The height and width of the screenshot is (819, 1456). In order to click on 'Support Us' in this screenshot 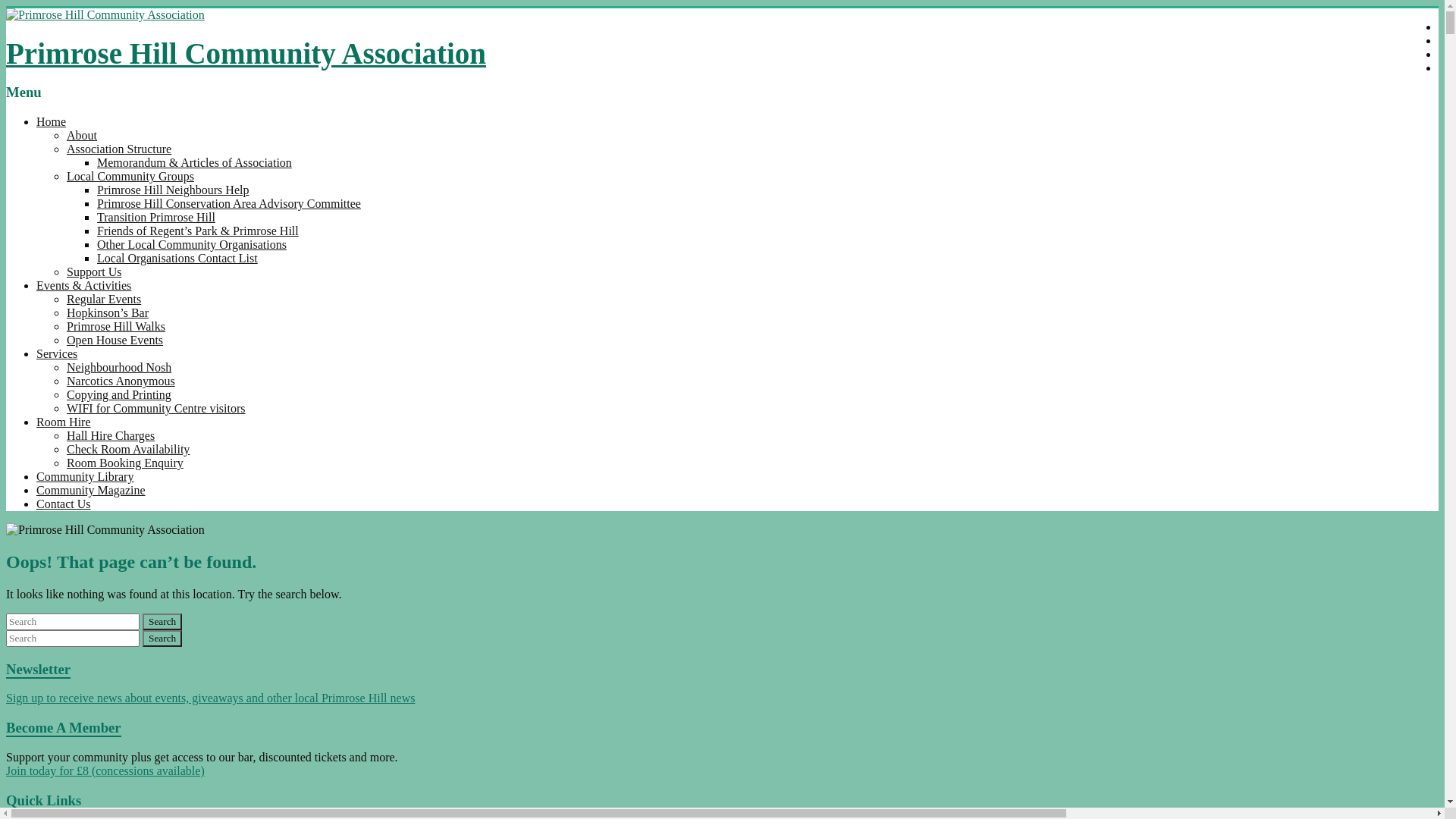, I will do `click(93, 271)`.